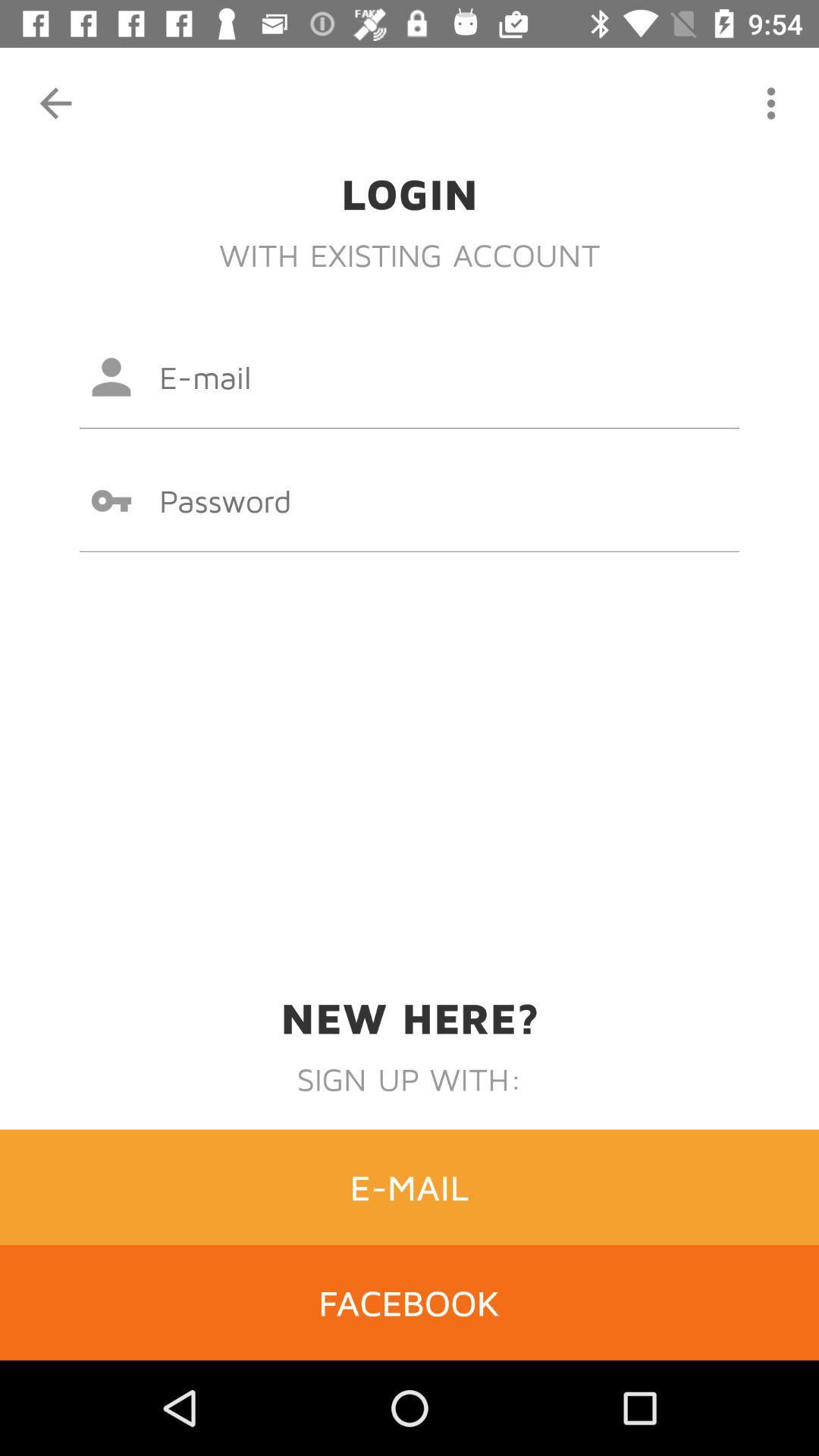 The width and height of the screenshot is (819, 1456). Describe the element at coordinates (55, 102) in the screenshot. I see `item above login icon` at that location.